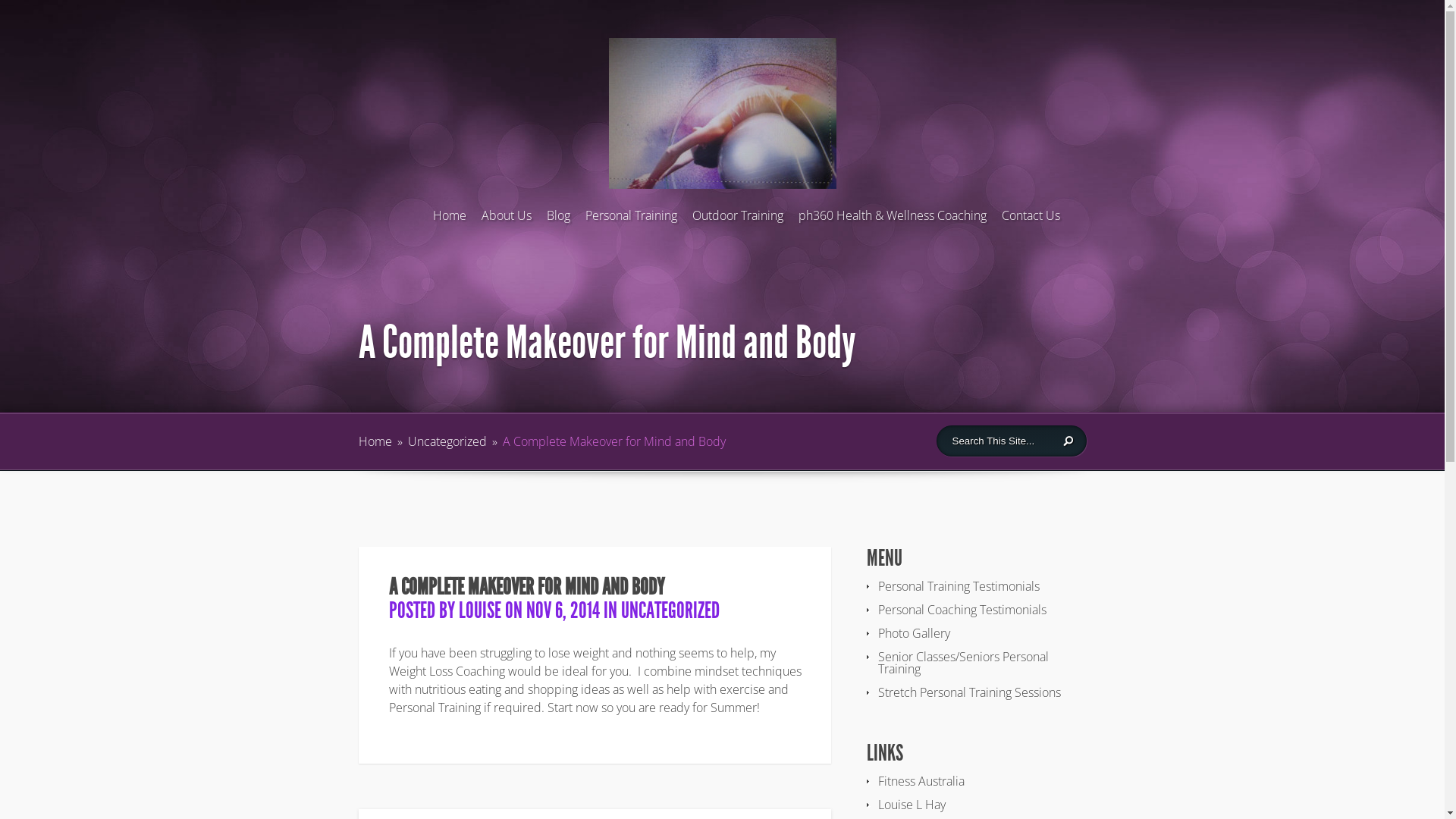 Image resolution: width=1456 pixels, height=819 pixels. Describe the element at coordinates (892, 219) in the screenshot. I see `'ph360 Health & Wellness Coaching'` at that location.